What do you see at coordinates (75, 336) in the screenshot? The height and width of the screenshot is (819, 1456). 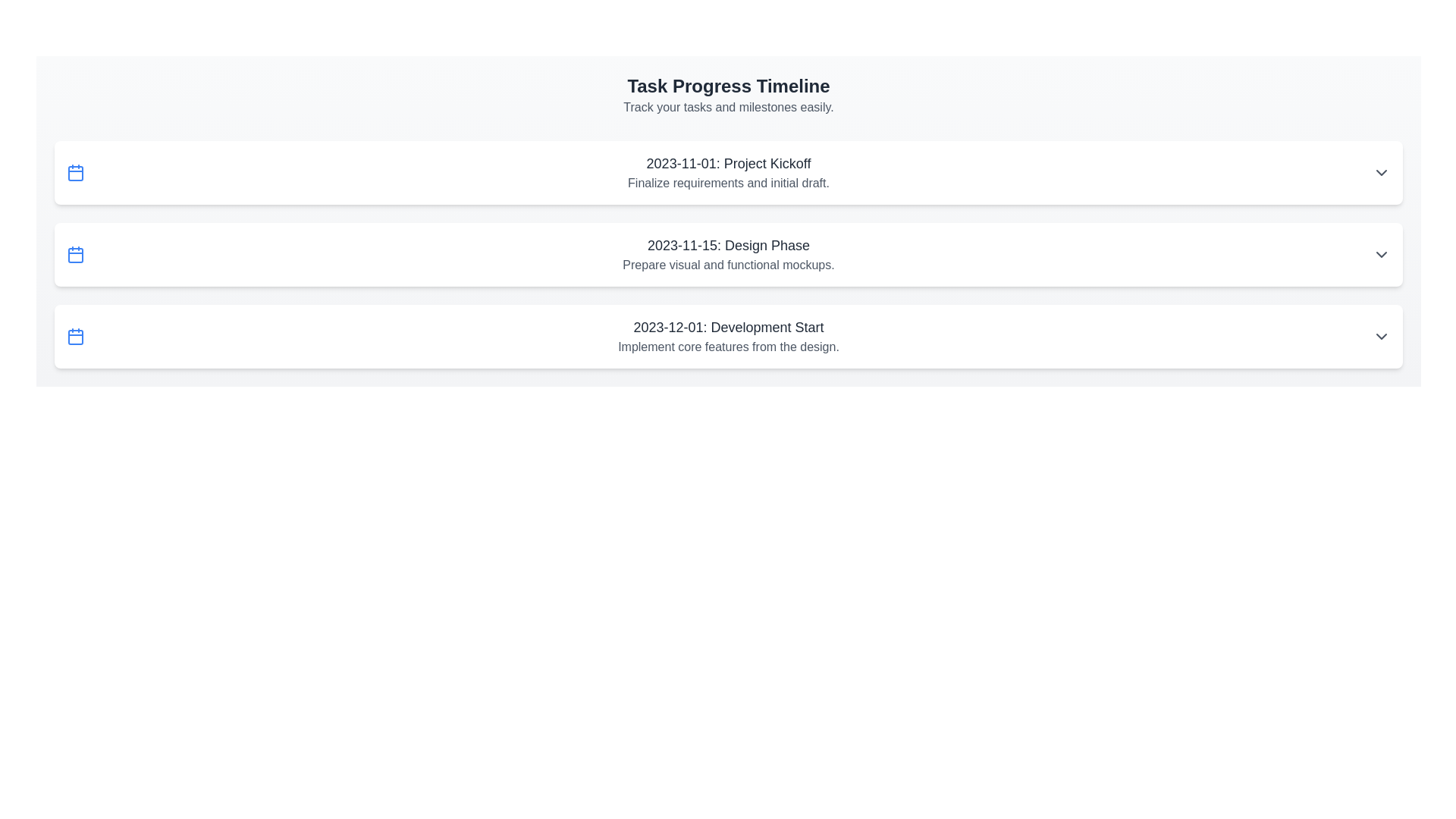 I see `the square-shaped graphical icon with rounded corners located at the center of the calendar icon in the lower list entry` at bounding box center [75, 336].